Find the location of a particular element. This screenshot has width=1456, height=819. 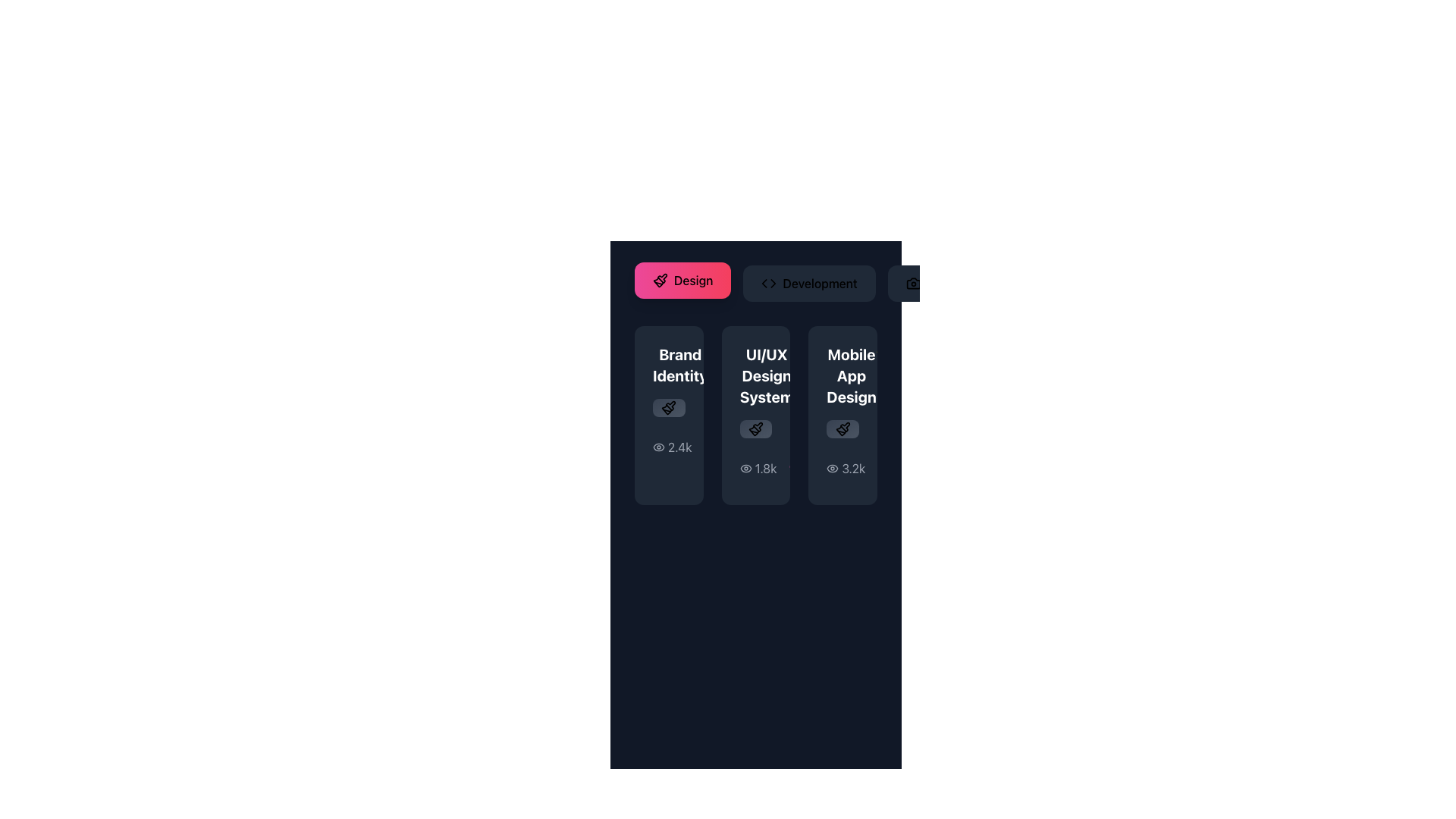

the paintbrush icon located on the left side of the 'Design' button is located at coordinates (660, 281).